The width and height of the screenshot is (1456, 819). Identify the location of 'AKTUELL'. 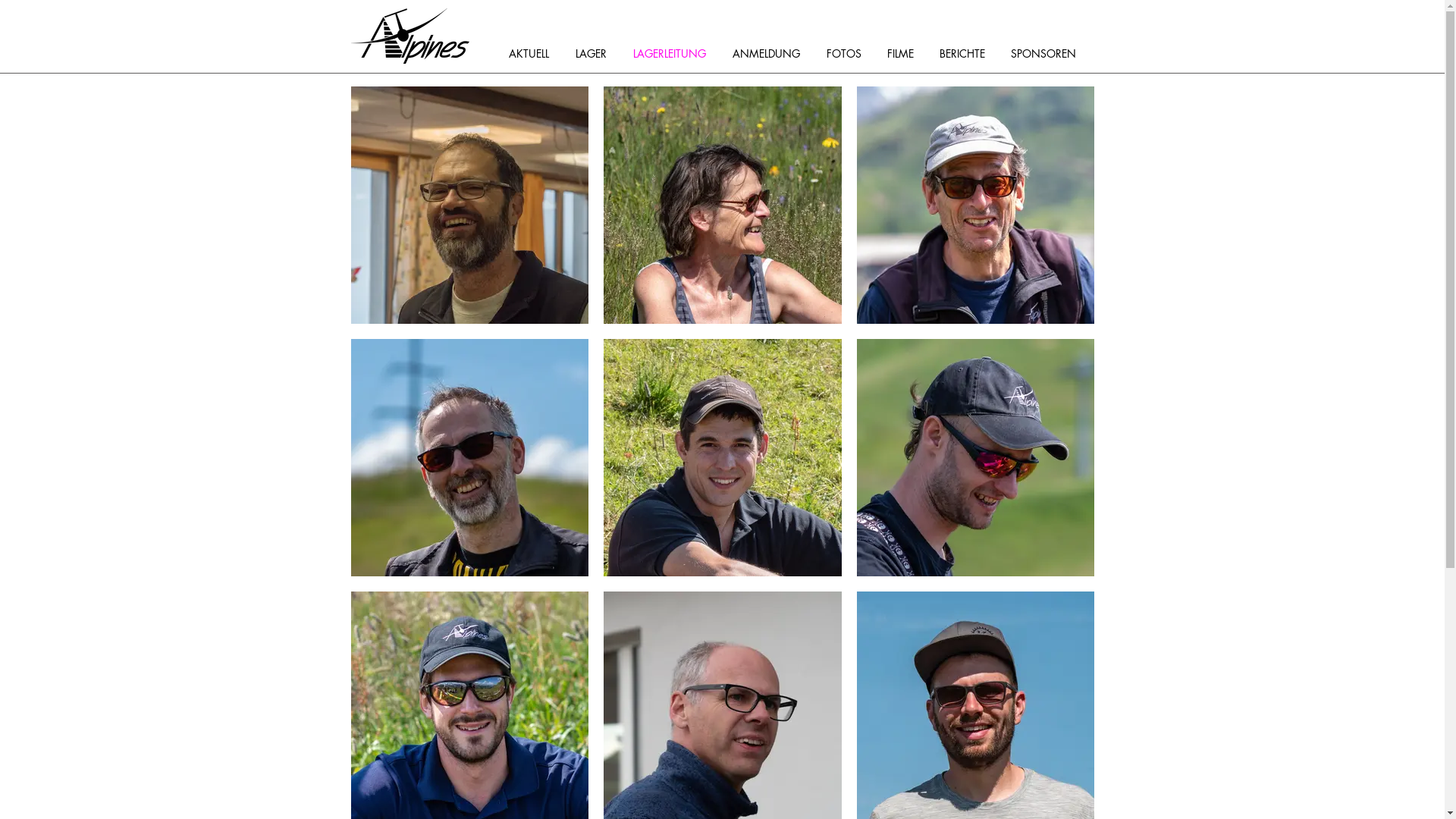
(534, 52).